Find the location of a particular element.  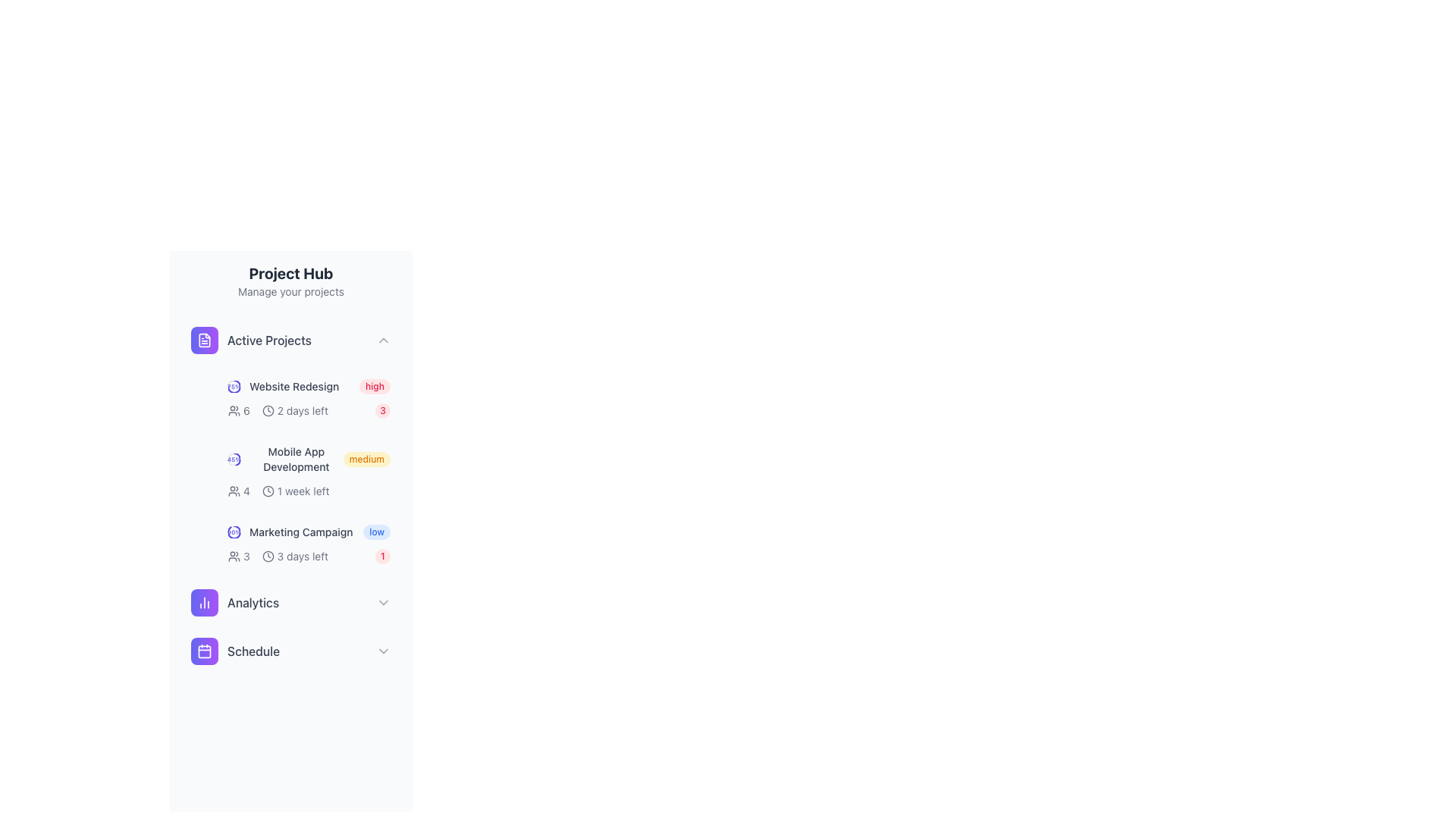

the 'Schedule' navigation link icon, which is a calendar icon accompanied by a text label styled in medium gray, located in the vertical navigation menu under the 'Analytics' section is located at coordinates (234, 651).